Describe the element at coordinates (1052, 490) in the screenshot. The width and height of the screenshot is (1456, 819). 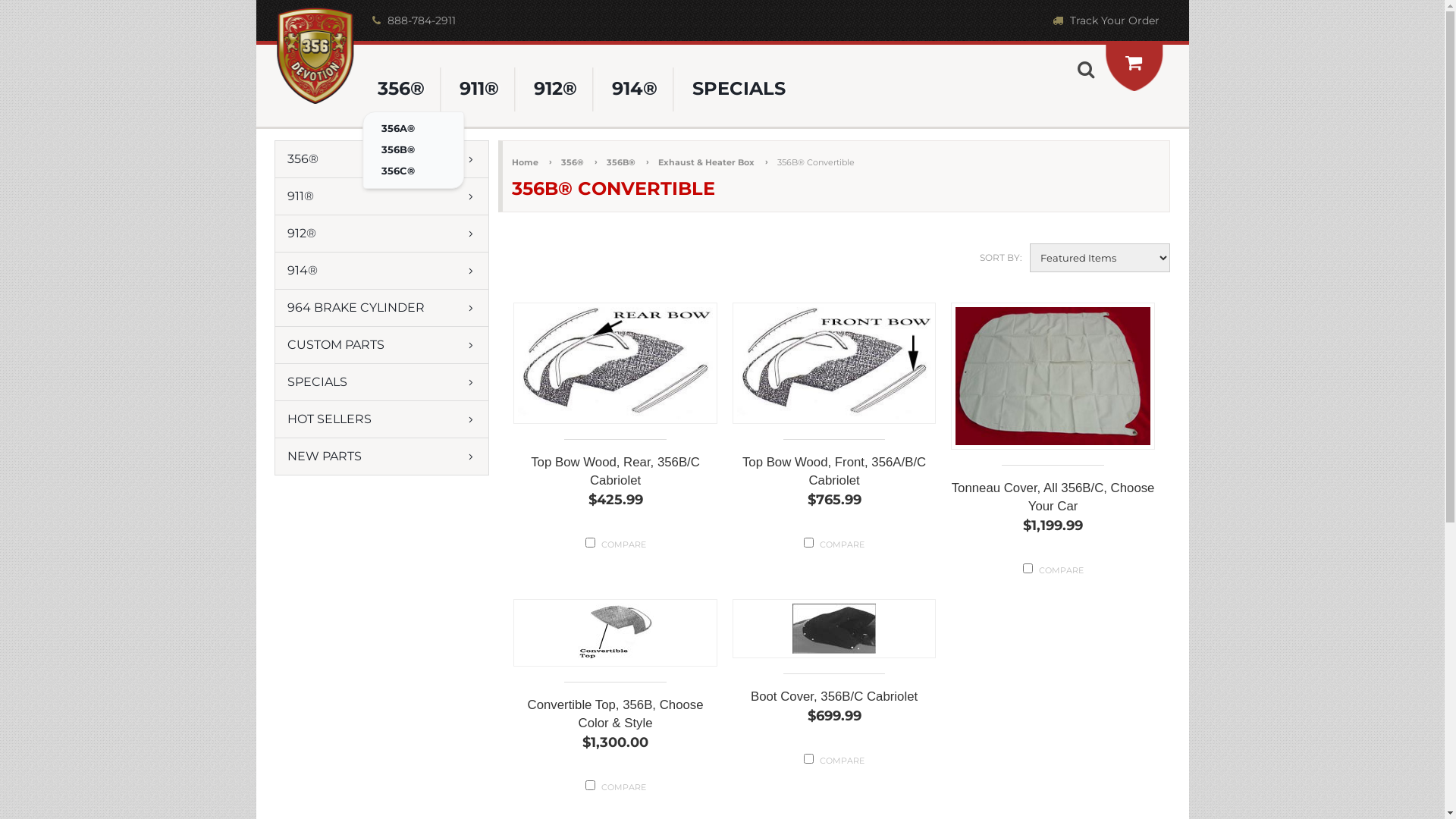
I see `'Tonneau Cover, All 356B/C, Choose Your Car'` at that location.